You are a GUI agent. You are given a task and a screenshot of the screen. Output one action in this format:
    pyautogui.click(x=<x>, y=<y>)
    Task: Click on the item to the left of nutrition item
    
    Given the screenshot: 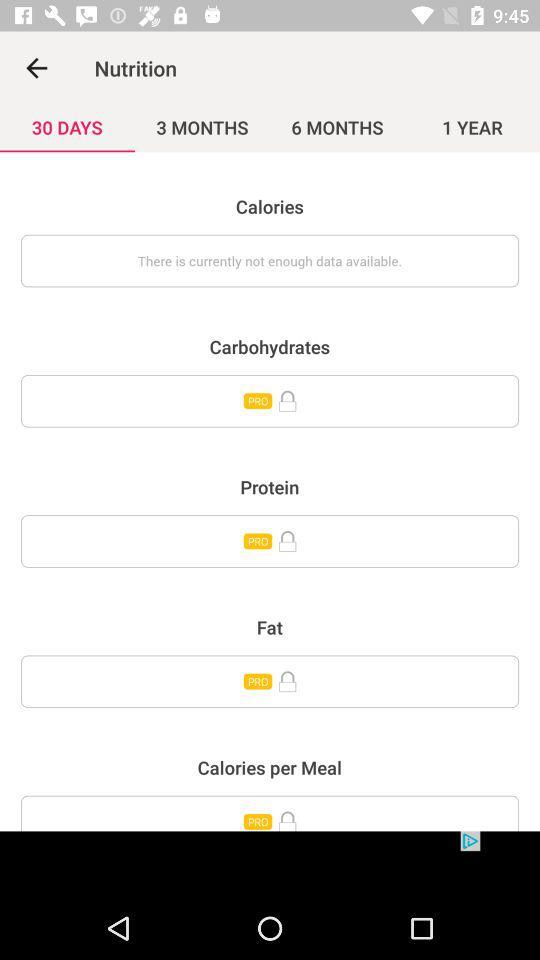 What is the action you would take?
    pyautogui.click(x=36, y=68)
    